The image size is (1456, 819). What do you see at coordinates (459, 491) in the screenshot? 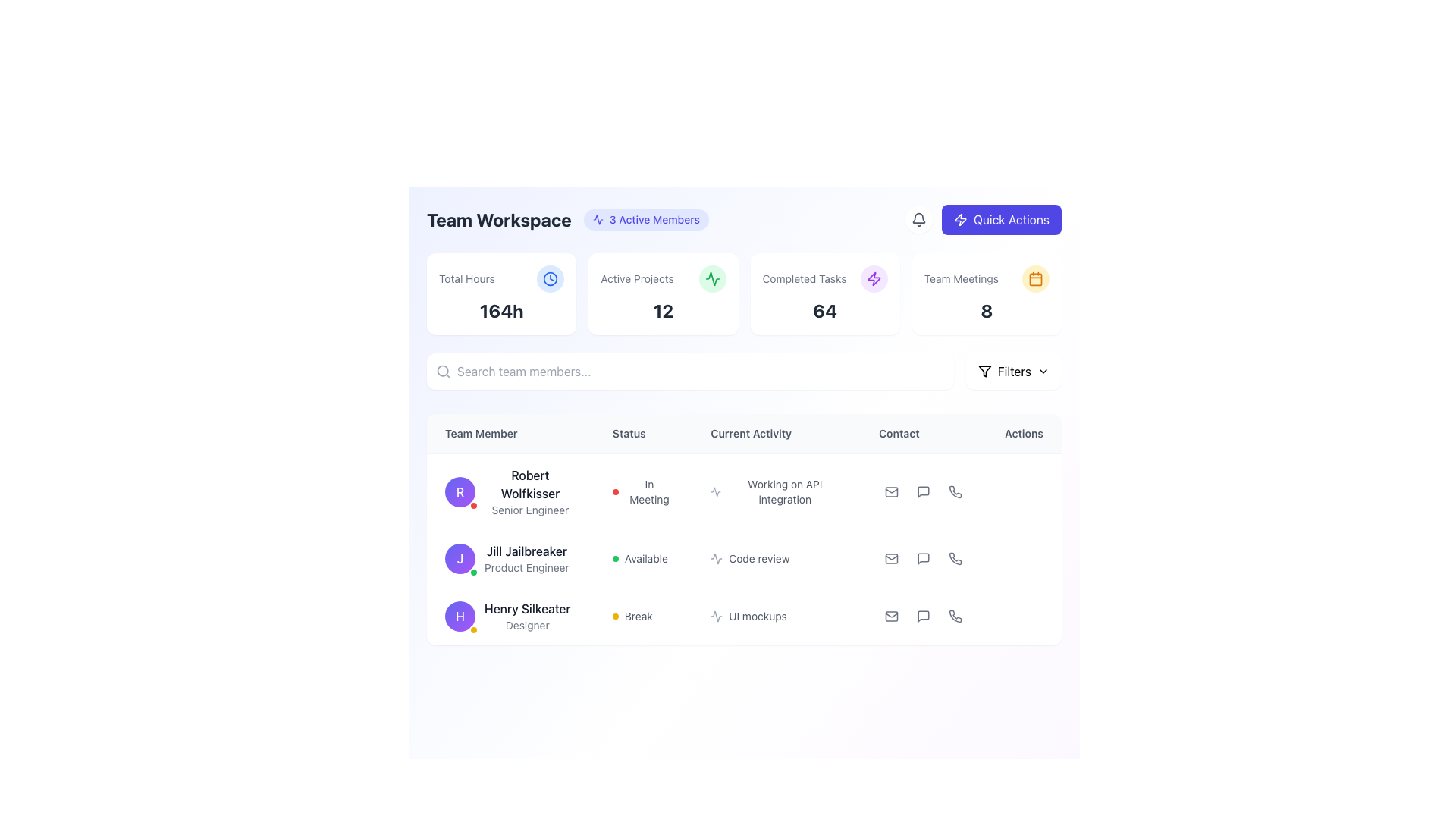
I see `the avatar with a purple gradient background and a white letter 'R'` at bounding box center [459, 491].